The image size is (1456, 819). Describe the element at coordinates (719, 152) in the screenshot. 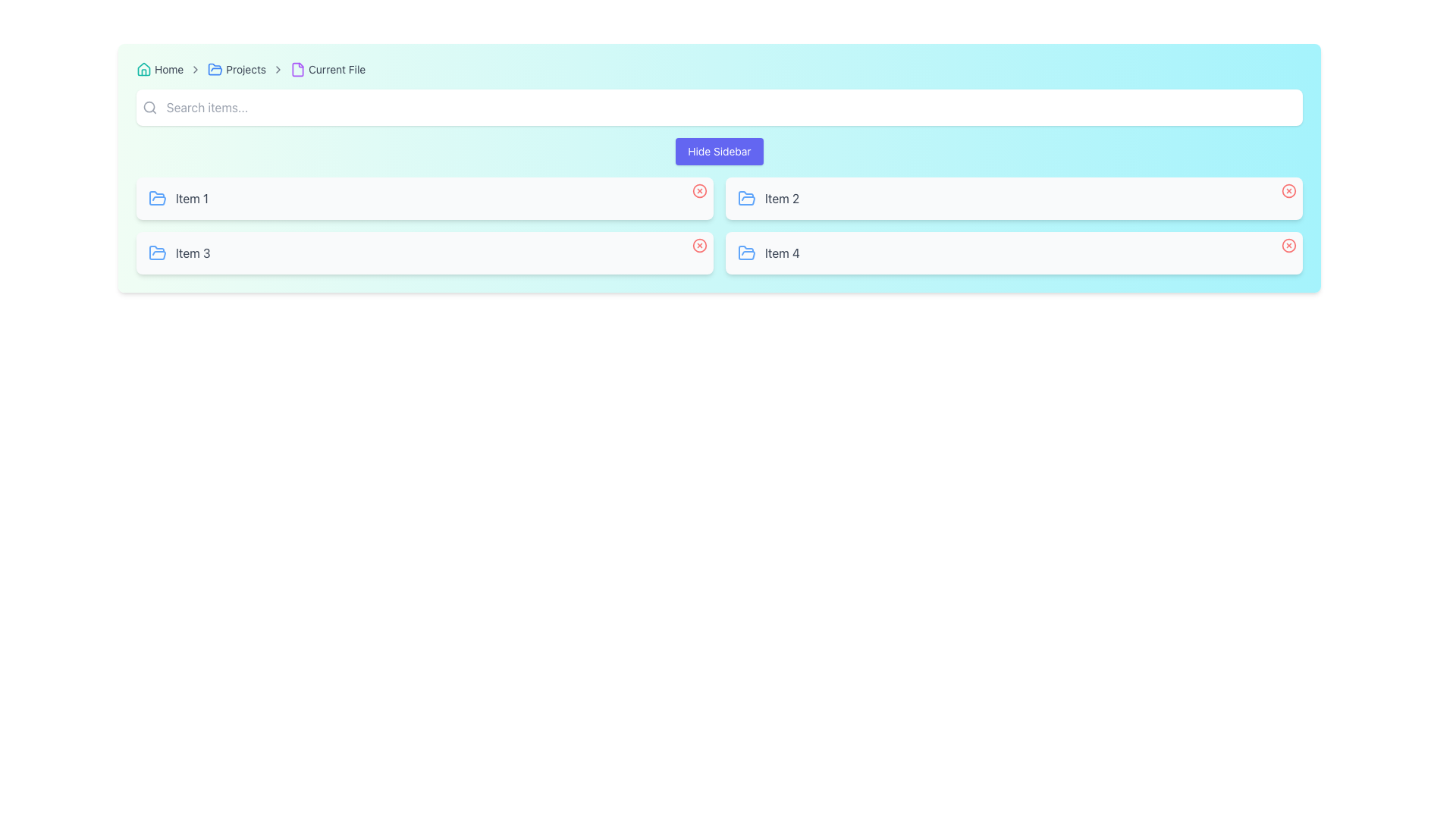

I see `the button that toggles the visibility of the sidebar, which is centered above the grid of items labeled 'Item 1' to 'Item 4' and has a gradient background from green to cyan` at that location.